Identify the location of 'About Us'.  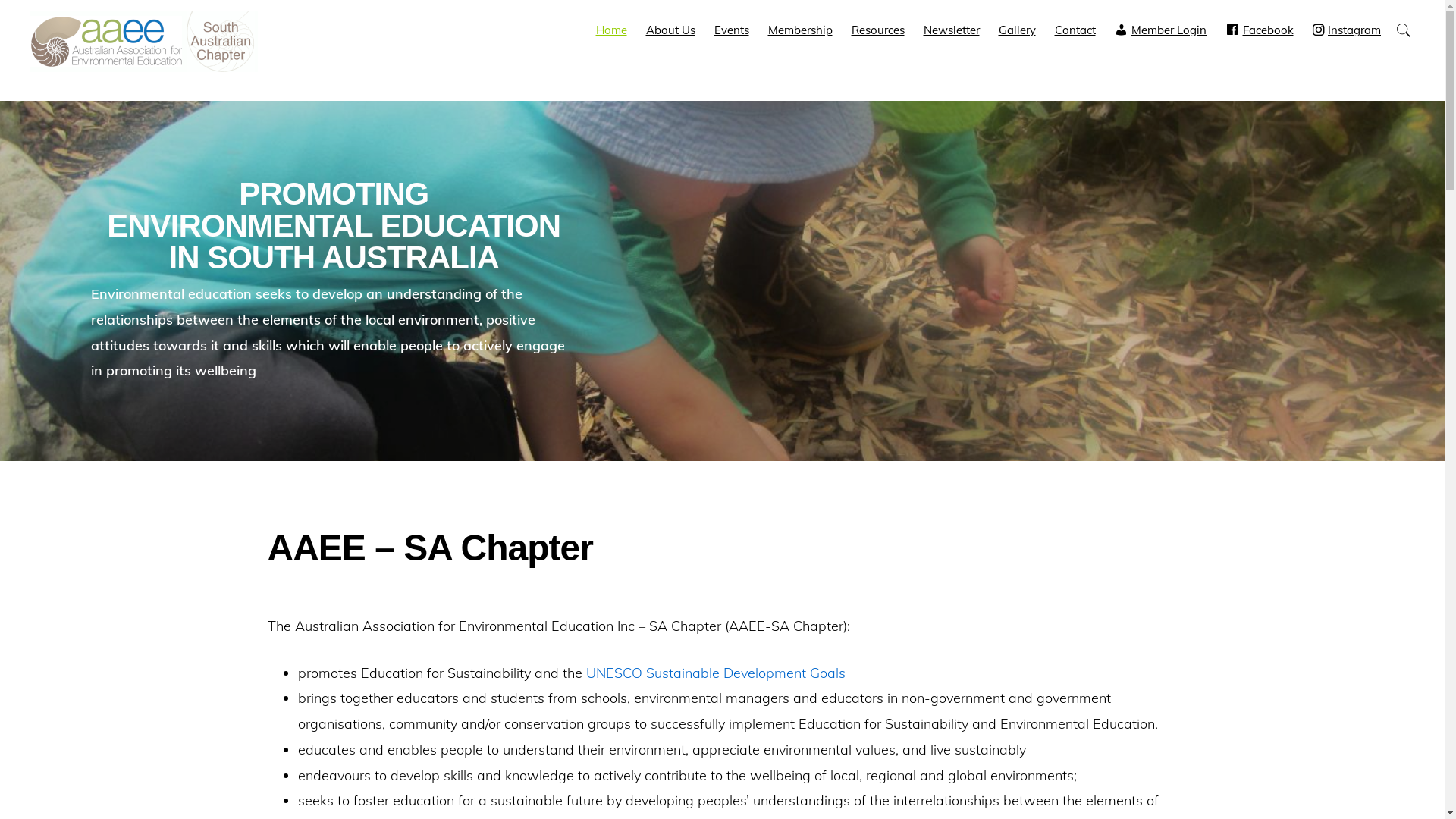
(670, 30).